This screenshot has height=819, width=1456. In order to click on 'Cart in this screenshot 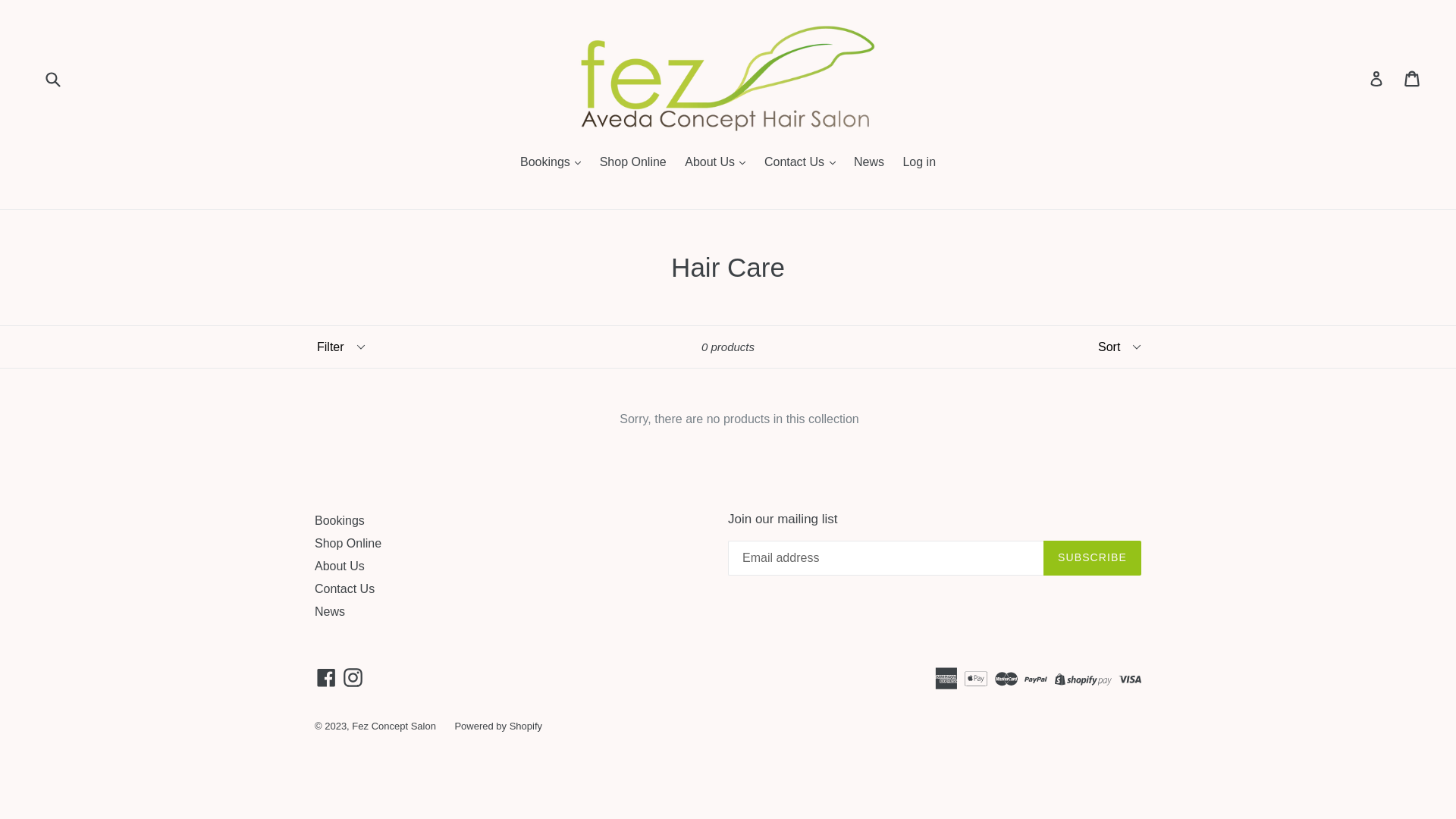, I will do `click(1412, 79)`.